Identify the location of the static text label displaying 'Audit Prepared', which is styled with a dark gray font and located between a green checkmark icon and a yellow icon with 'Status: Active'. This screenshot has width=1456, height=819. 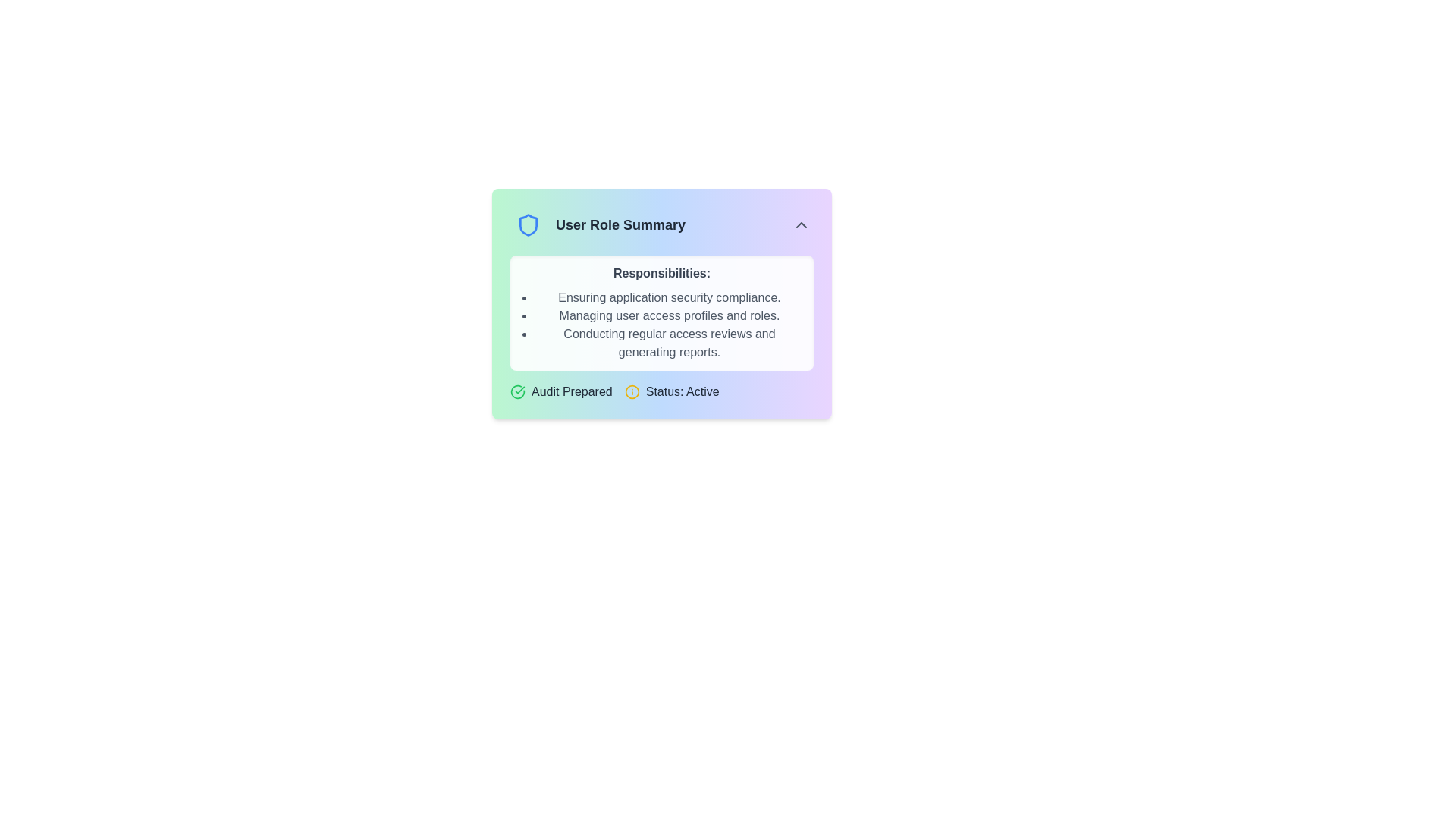
(571, 391).